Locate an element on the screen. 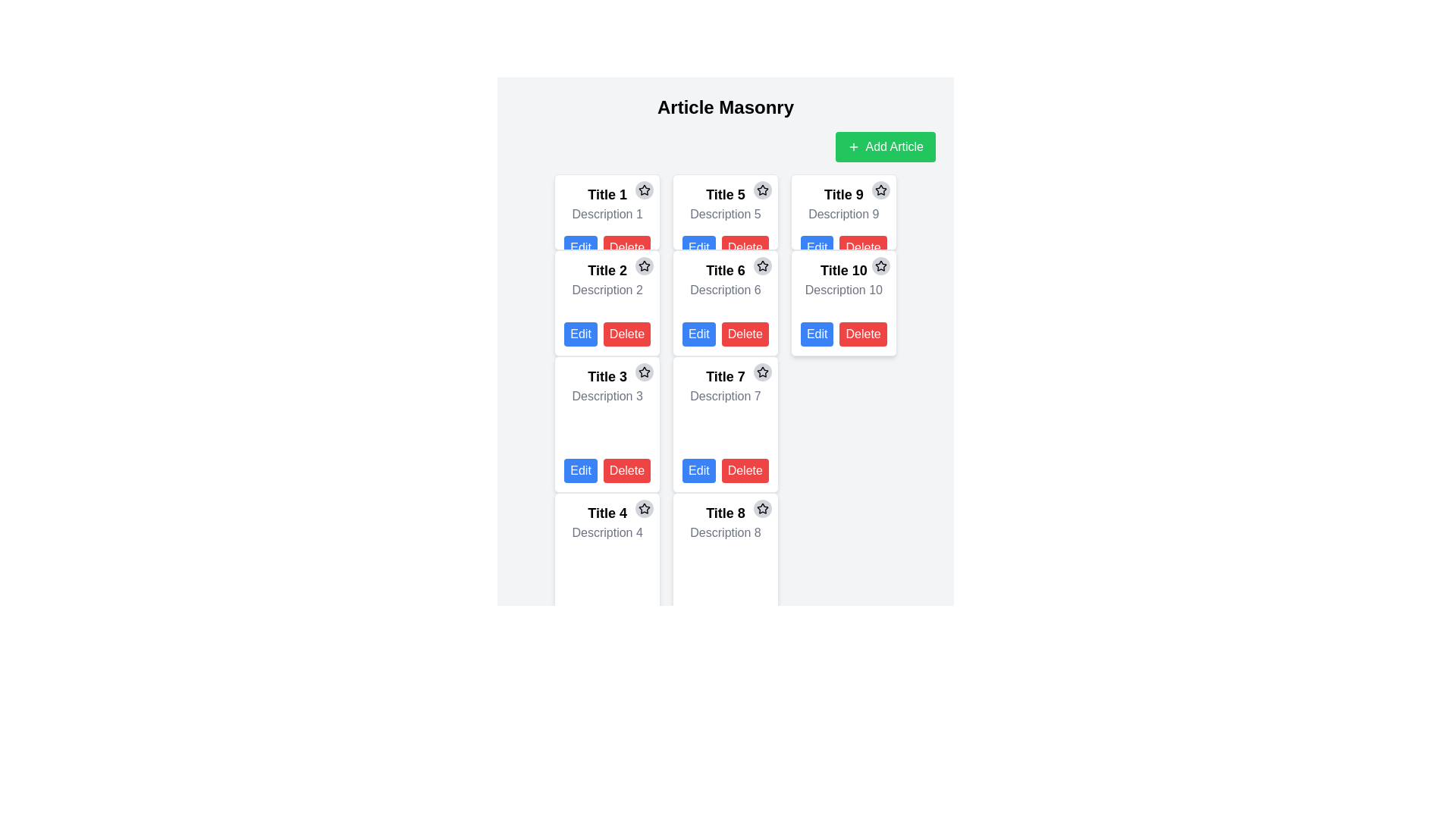 This screenshot has width=1456, height=819. the star icon located at the top-right corner of the card titled 'Title 9', which contains options for editing or deleting content is located at coordinates (843, 212).